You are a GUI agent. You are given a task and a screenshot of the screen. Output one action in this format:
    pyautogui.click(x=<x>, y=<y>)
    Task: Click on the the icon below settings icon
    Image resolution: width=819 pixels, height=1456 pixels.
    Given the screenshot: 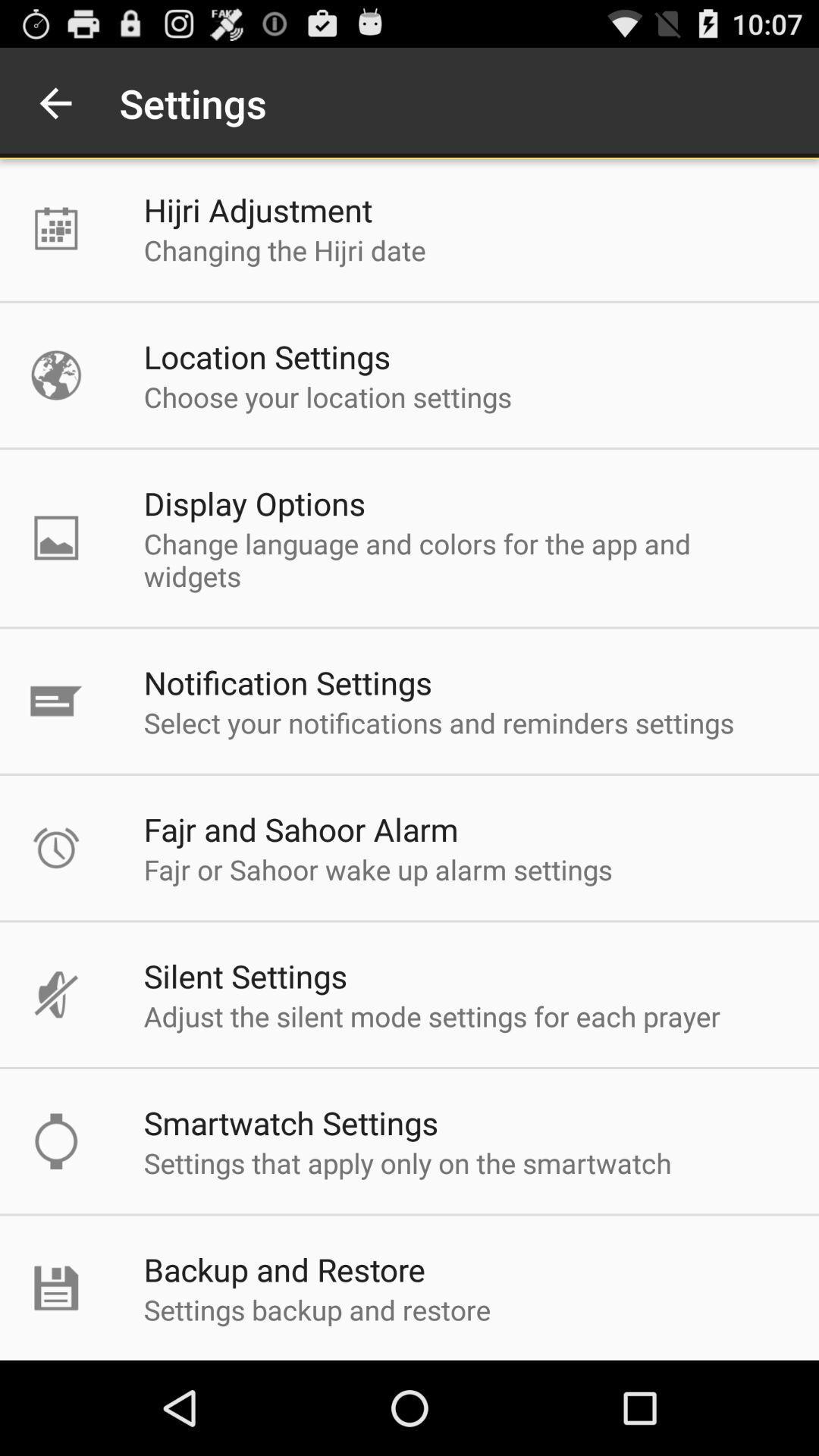 What is the action you would take?
    pyautogui.click(x=257, y=209)
    